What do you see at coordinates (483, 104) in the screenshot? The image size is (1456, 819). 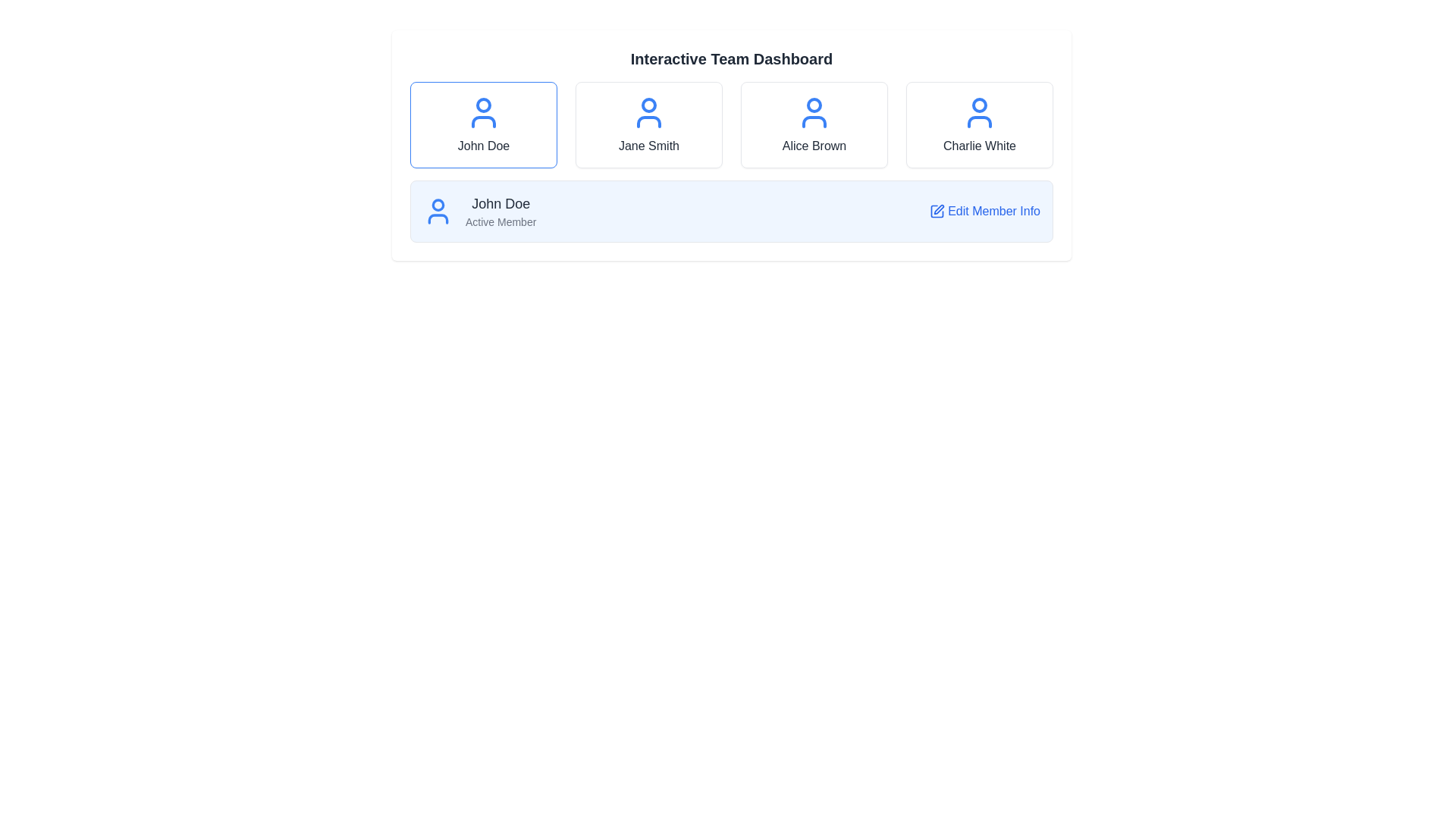 I see `the circular component representing 'John Doe' in the user icon section of the 'Interactive Team Dashboard'` at bounding box center [483, 104].